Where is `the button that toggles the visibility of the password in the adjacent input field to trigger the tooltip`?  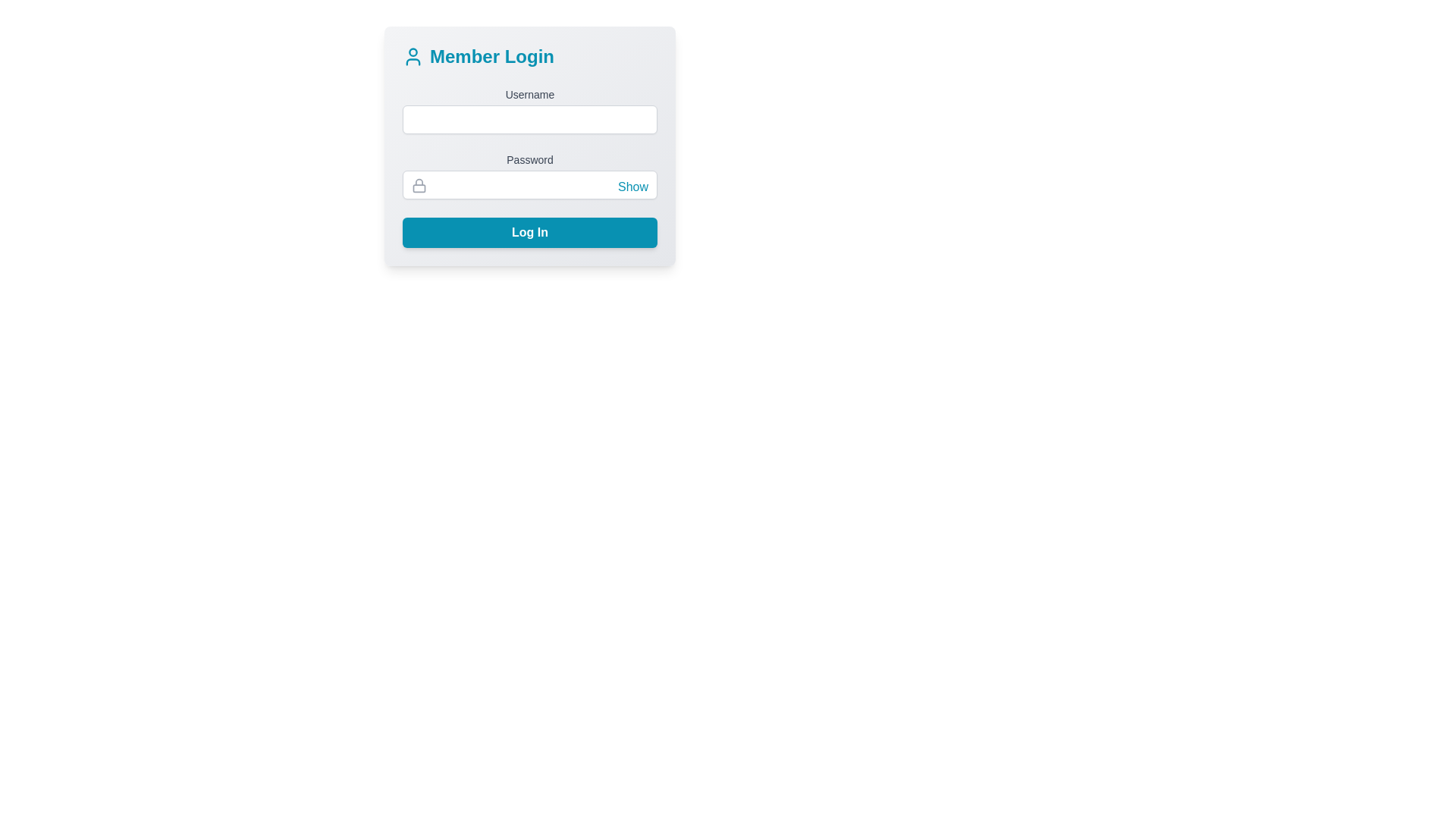 the button that toggles the visibility of the password in the adjacent input field to trigger the tooltip is located at coordinates (633, 186).